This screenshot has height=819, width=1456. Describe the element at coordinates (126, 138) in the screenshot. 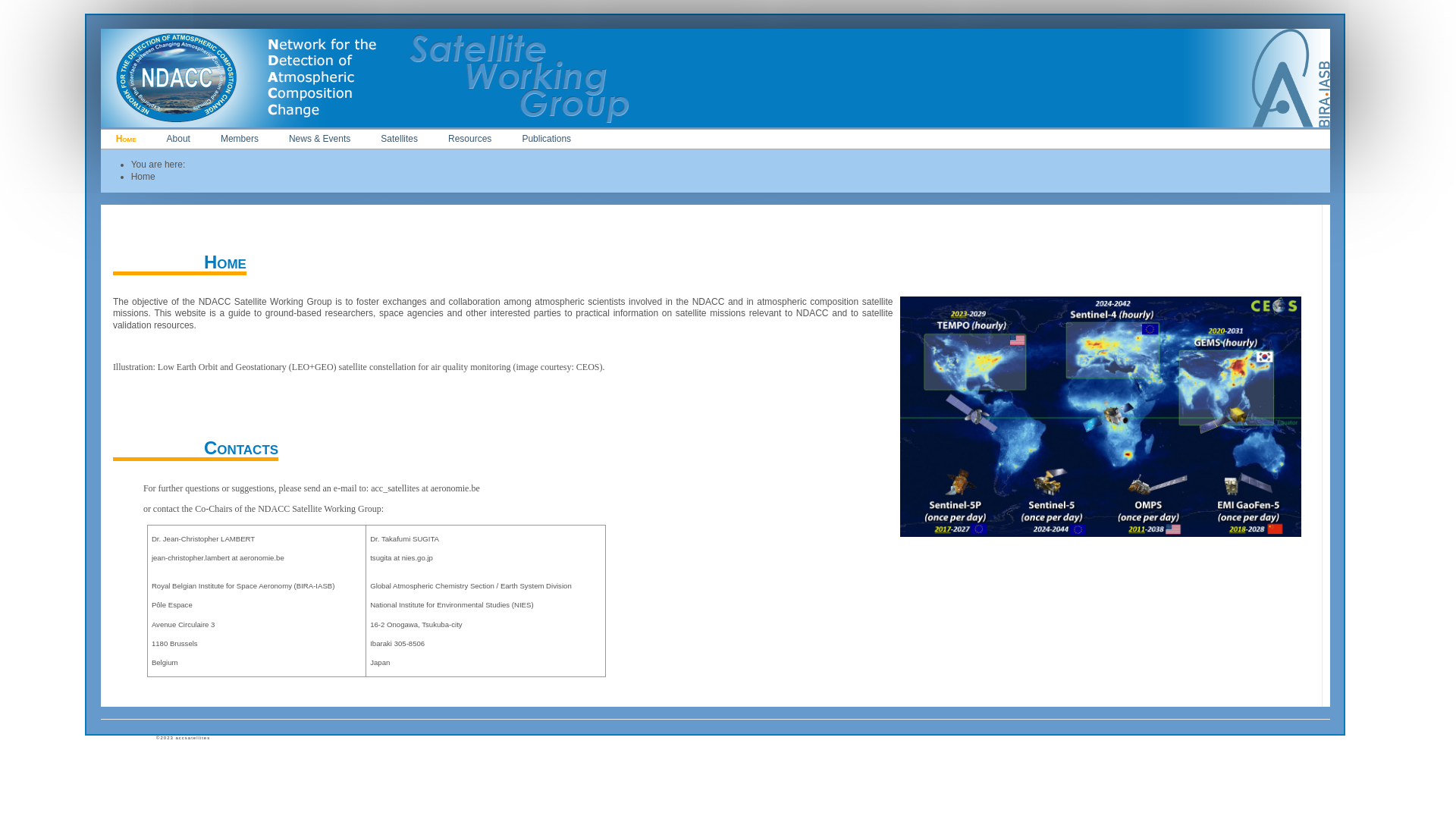

I see `'Home'` at that location.